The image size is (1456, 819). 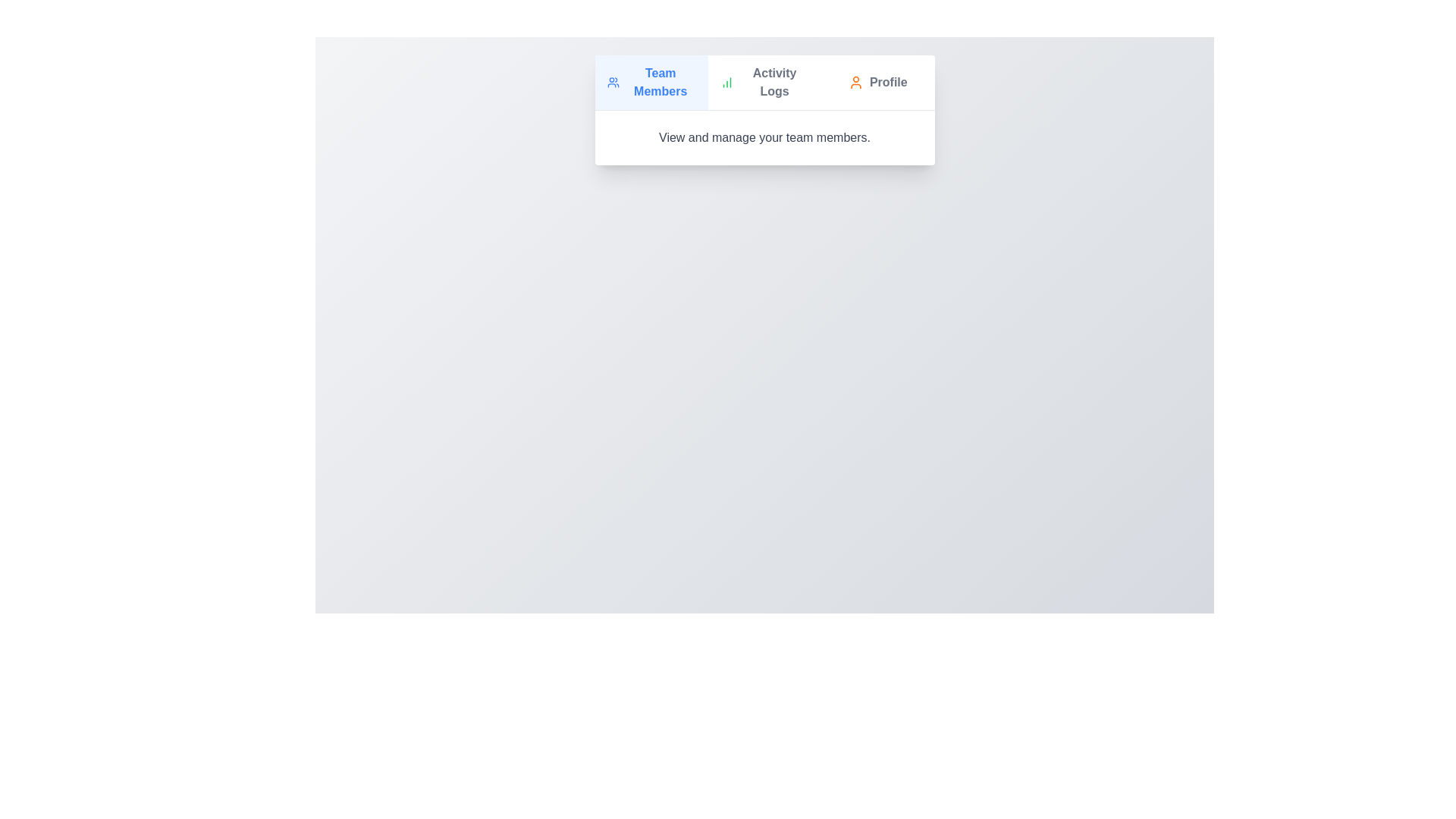 What do you see at coordinates (764, 82) in the screenshot?
I see `the tab labeled Activity Logs` at bounding box center [764, 82].